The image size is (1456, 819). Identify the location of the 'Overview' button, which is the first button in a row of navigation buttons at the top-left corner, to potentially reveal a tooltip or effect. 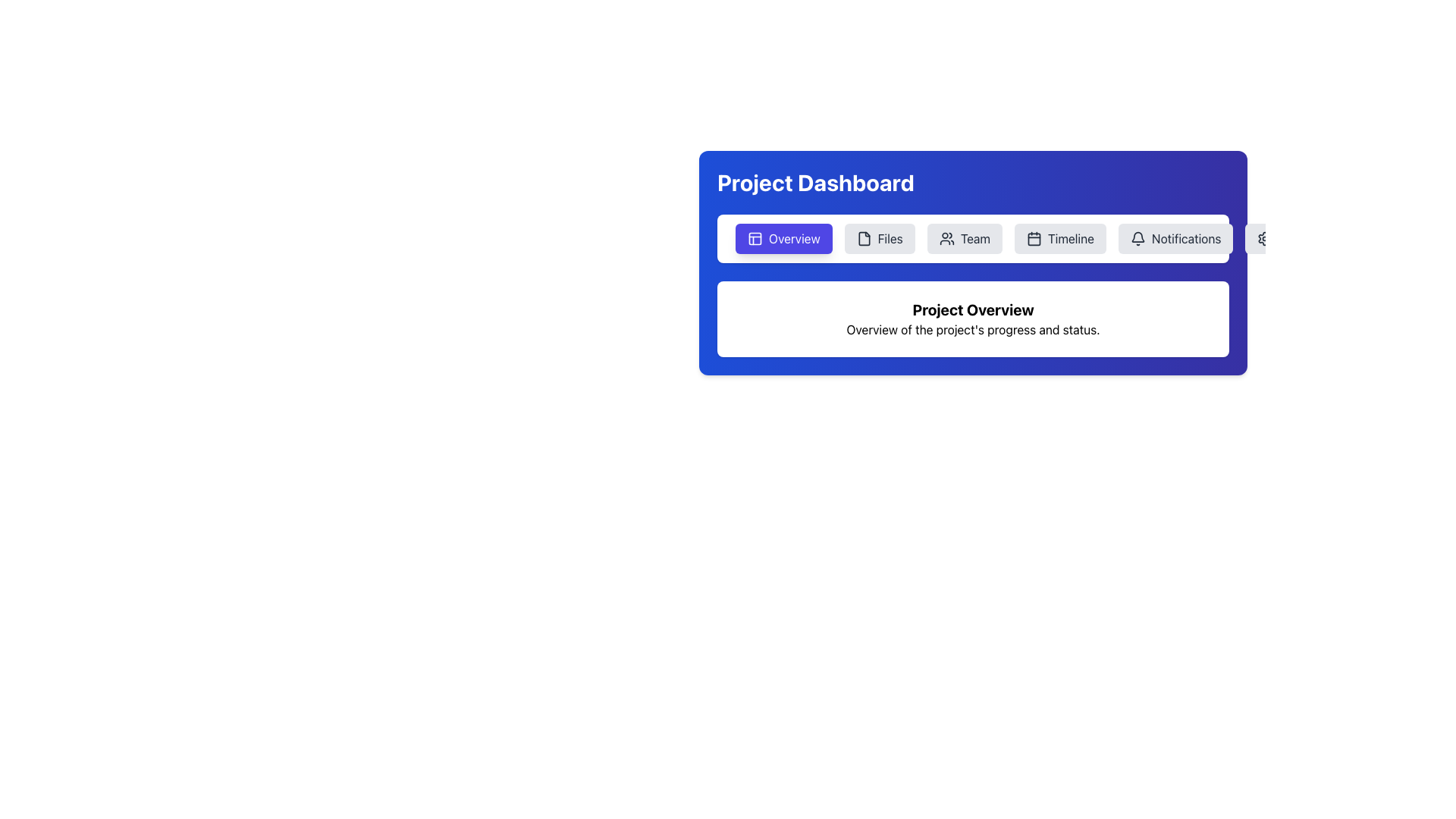
(783, 239).